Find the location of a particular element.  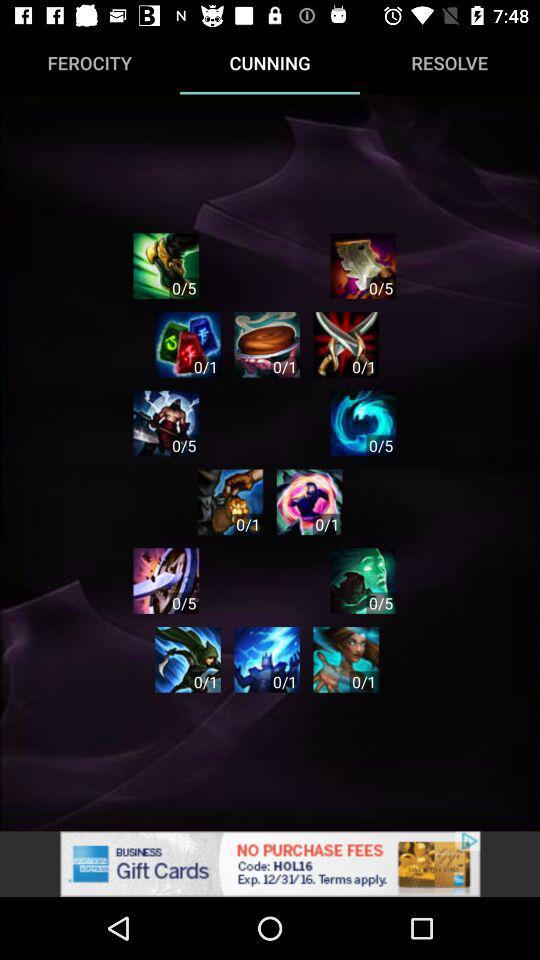

game option is located at coordinates (188, 344).